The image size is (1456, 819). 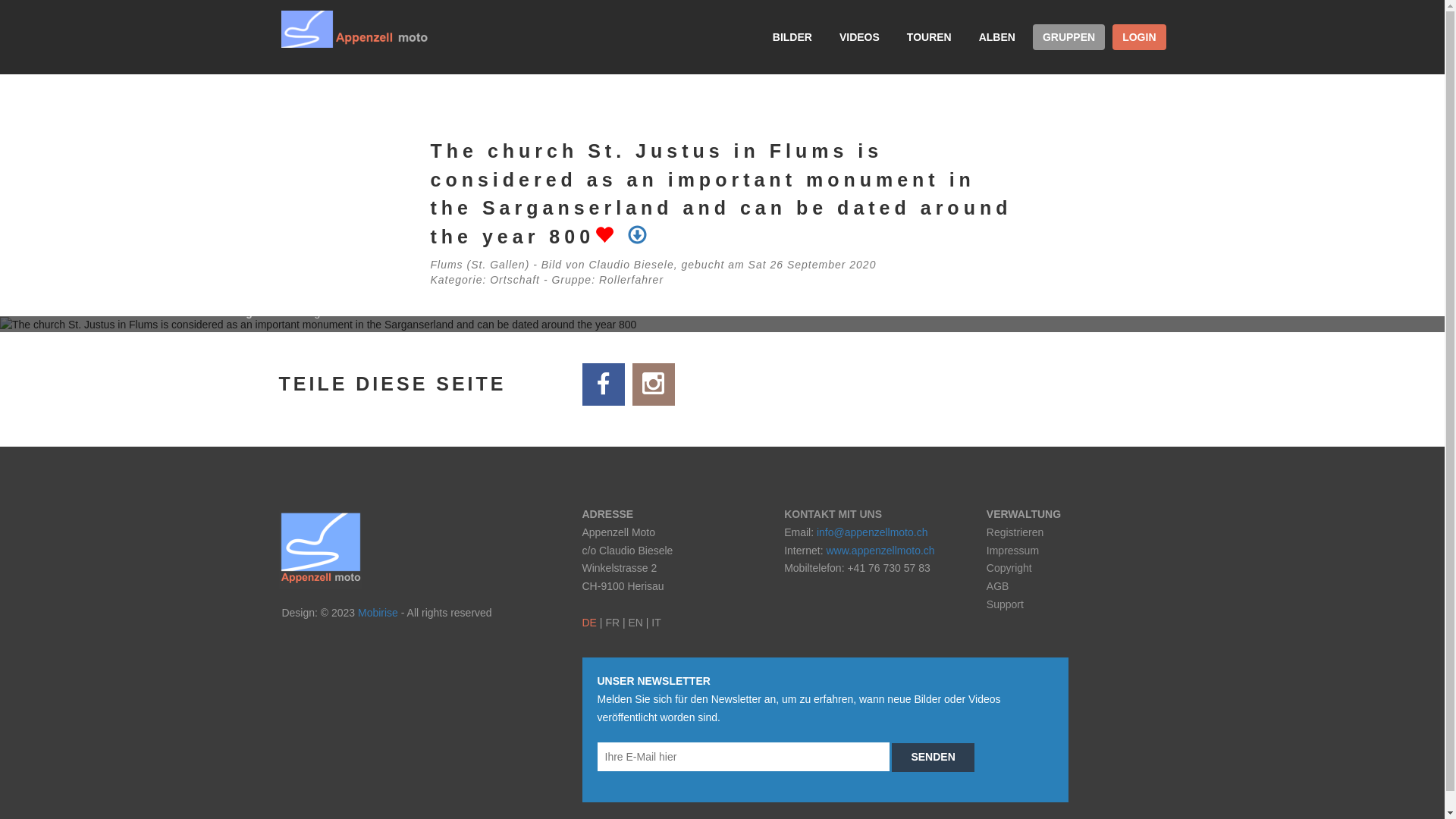 I want to click on 'Impressum', so click(x=1012, y=550).